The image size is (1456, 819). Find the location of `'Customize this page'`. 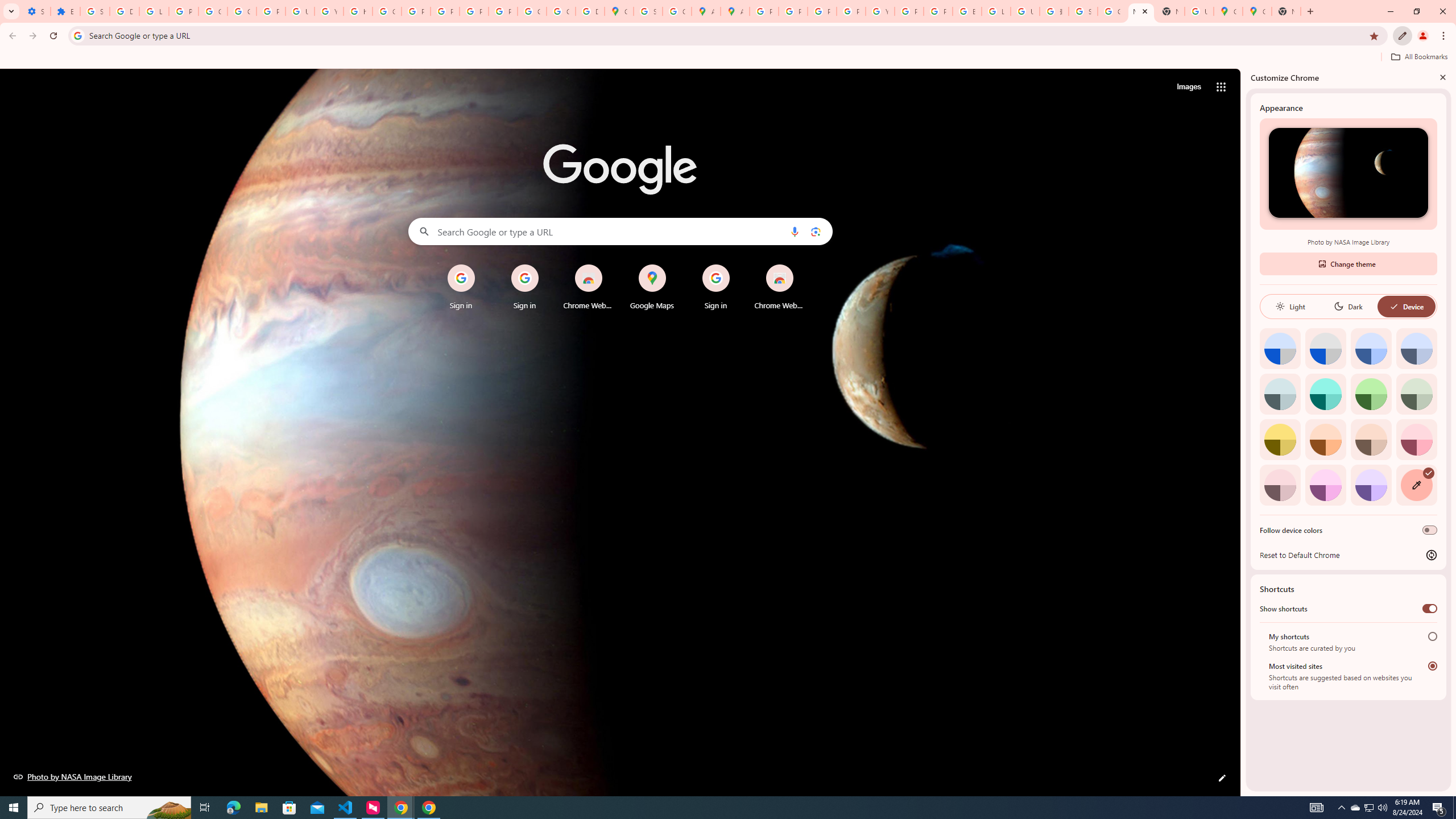

'Customize this page' is located at coordinates (1222, 777).